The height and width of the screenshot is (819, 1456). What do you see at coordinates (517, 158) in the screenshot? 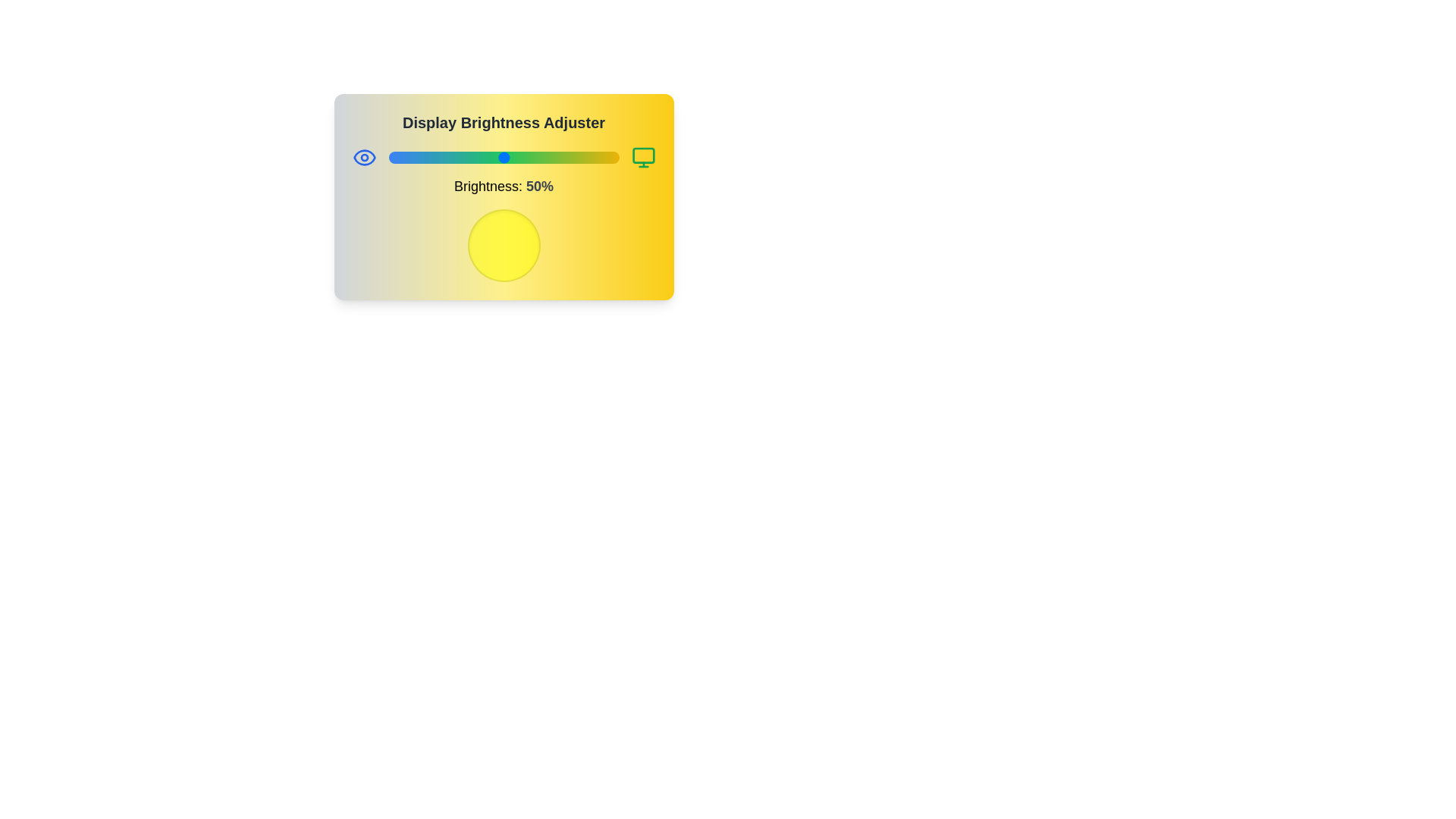
I see `the brightness to 56%` at bounding box center [517, 158].